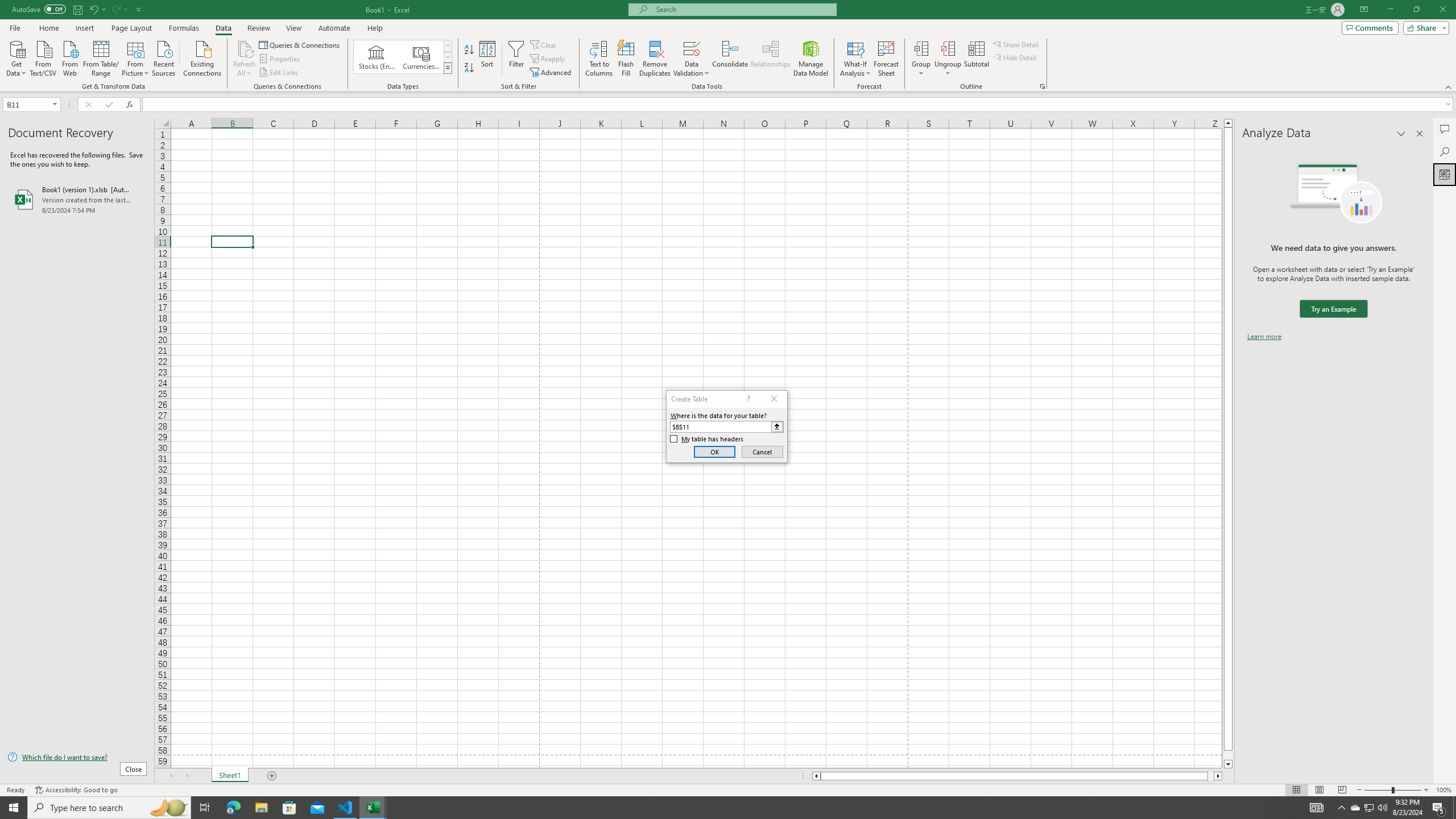 This screenshot has width=1456, height=819. What do you see at coordinates (244, 59) in the screenshot?
I see `'Refresh All'` at bounding box center [244, 59].